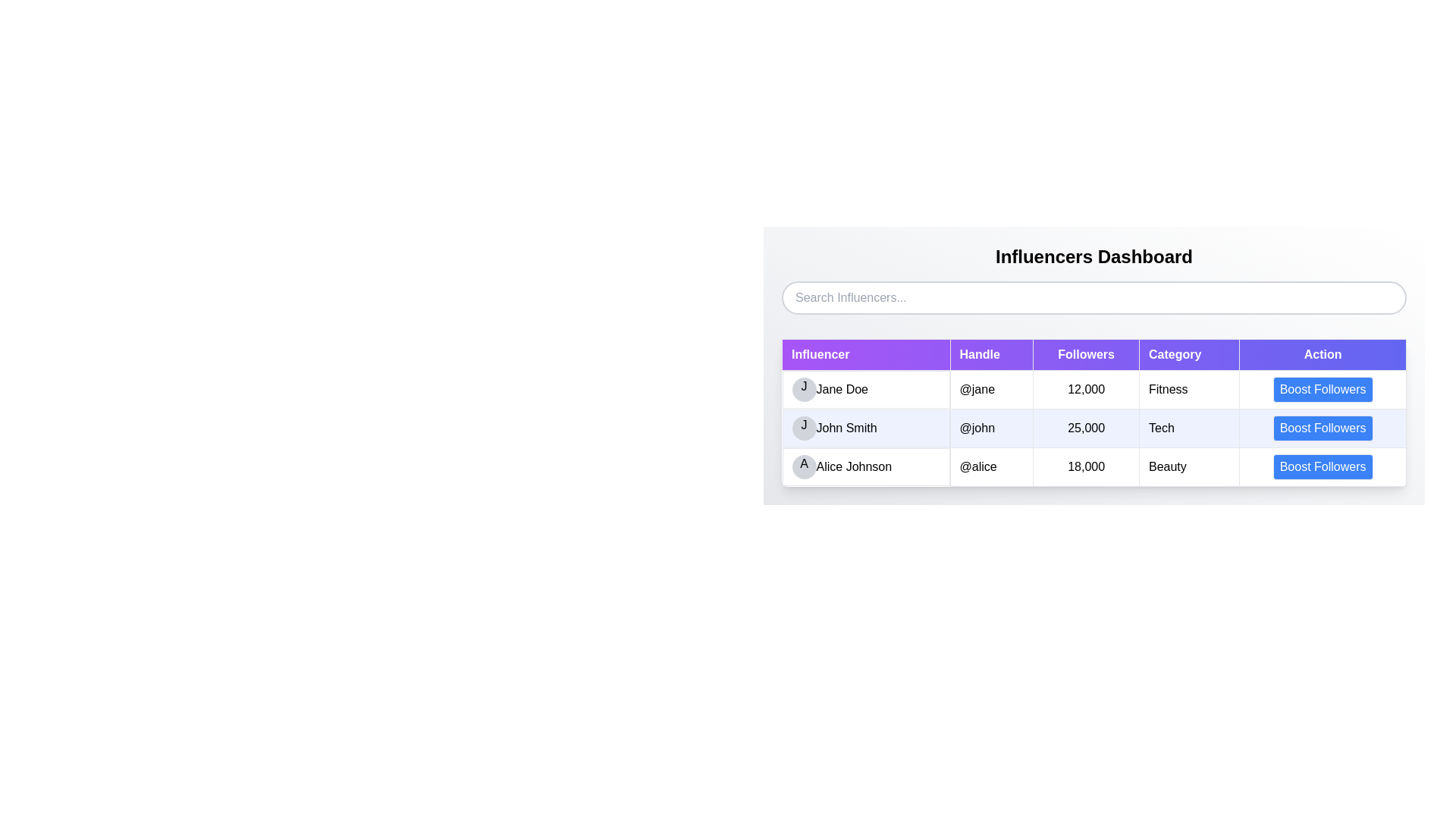  I want to click on text display element representing the handle for the influencer 'Jane Doe' in the first row of the table, so click(991, 388).